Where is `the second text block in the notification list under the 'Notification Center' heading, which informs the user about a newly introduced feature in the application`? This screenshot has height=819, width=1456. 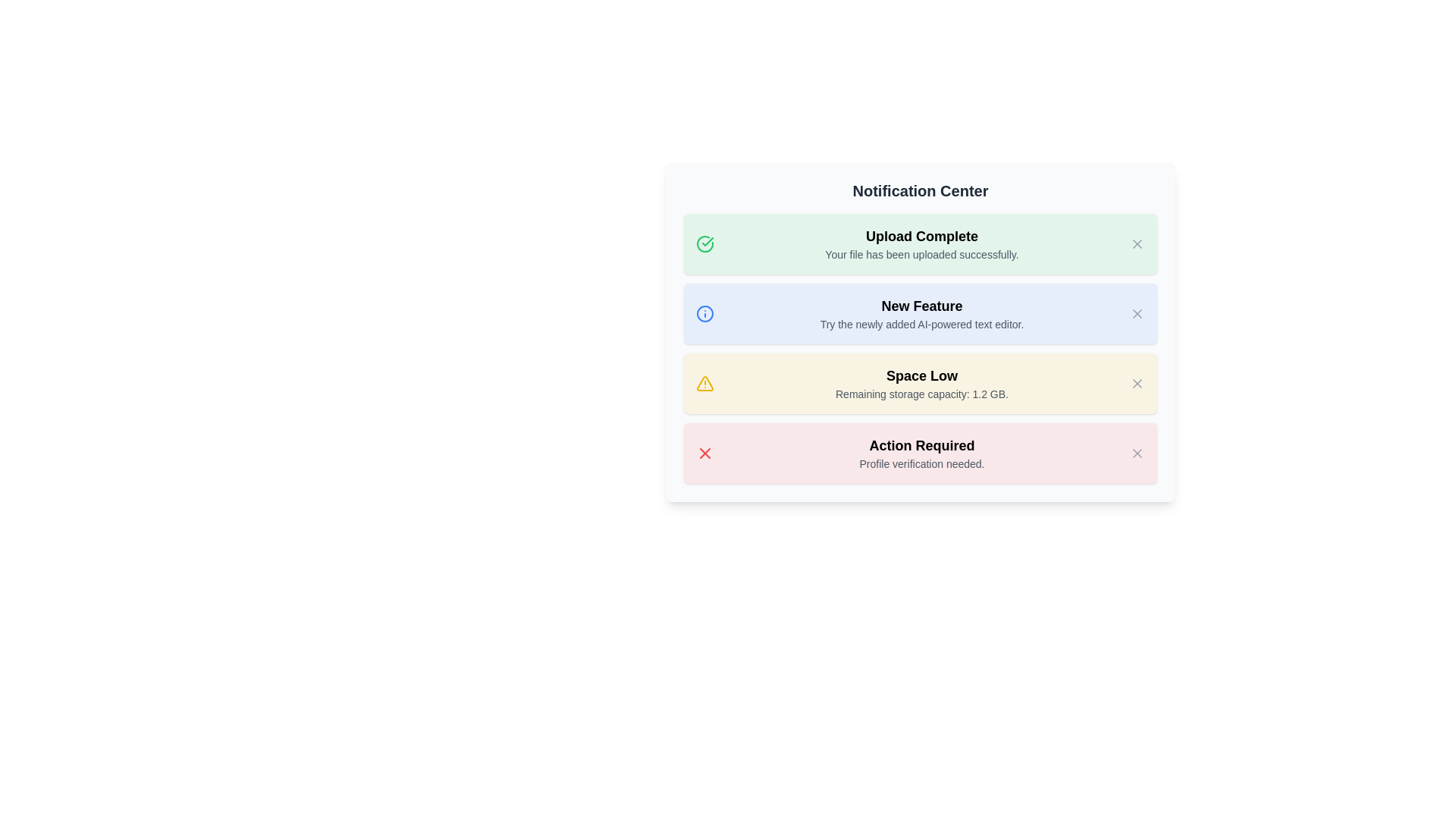
the second text block in the notification list under the 'Notification Center' heading, which informs the user about a newly introduced feature in the application is located at coordinates (921, 312).